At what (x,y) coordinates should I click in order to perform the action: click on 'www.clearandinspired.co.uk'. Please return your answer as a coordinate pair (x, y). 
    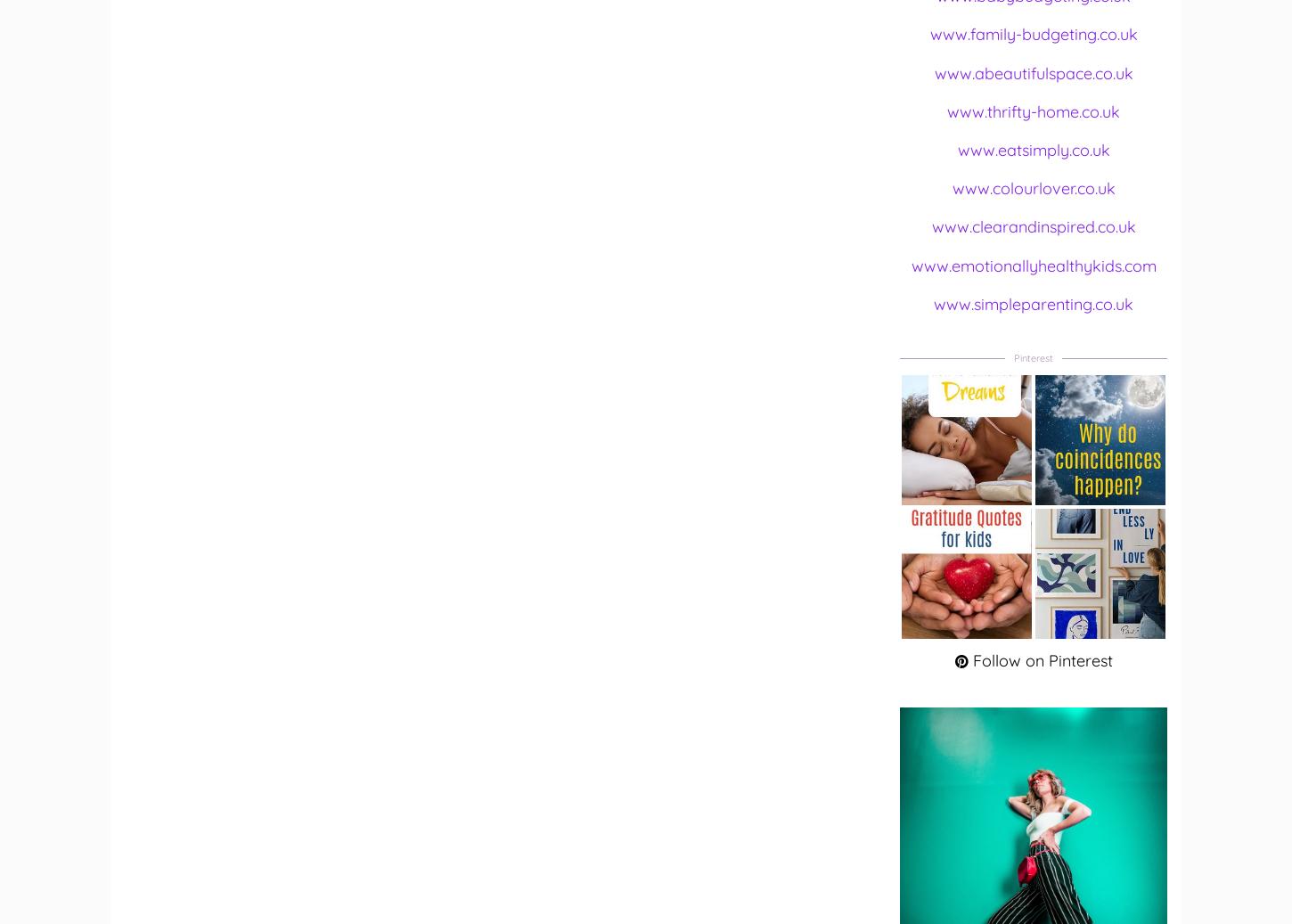
    Looking at the image, I should click on (931, 225).